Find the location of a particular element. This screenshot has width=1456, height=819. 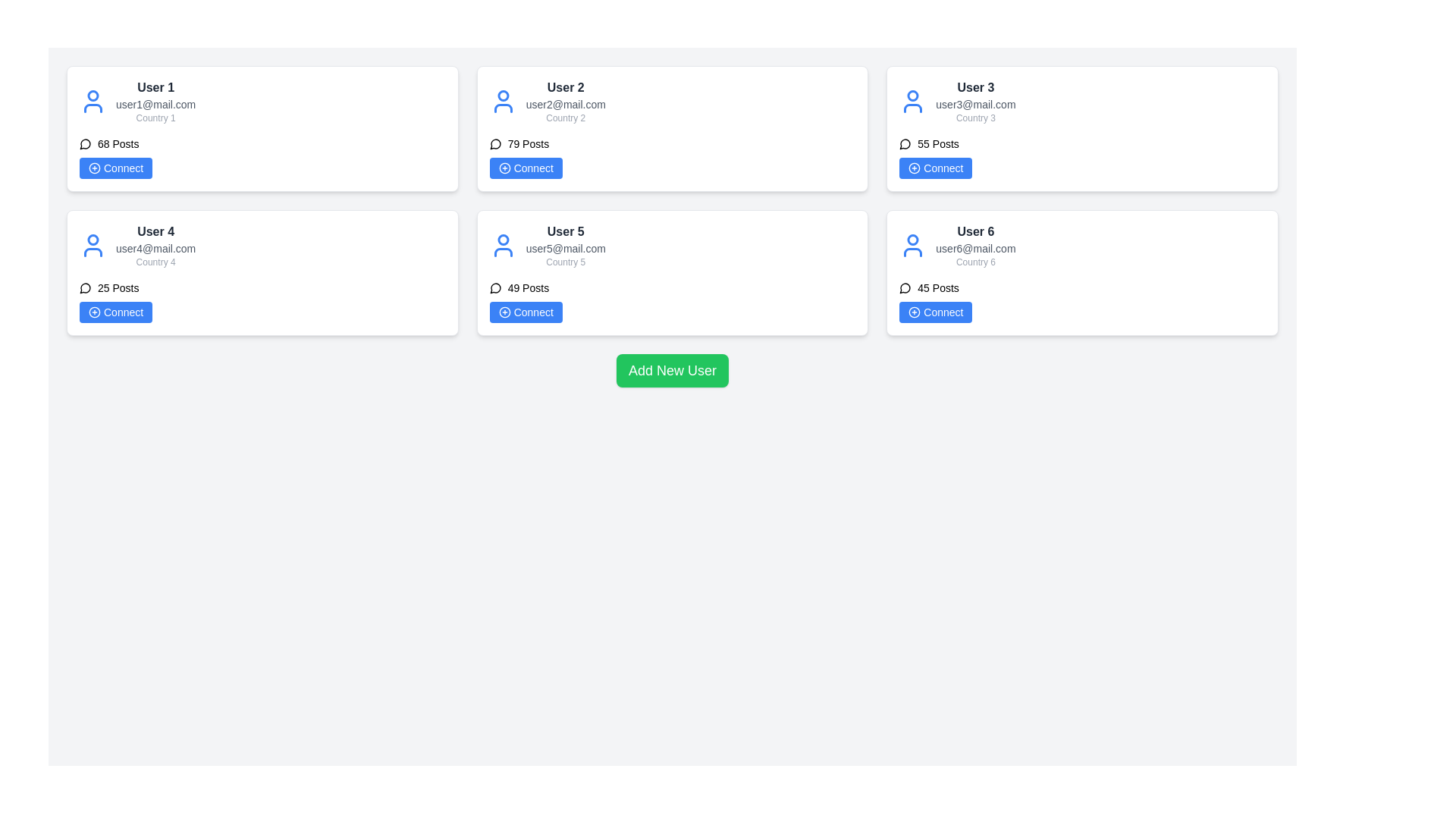

the 'Connect' button in the user card for 'User 6' is located at coordinates (1081, 301).